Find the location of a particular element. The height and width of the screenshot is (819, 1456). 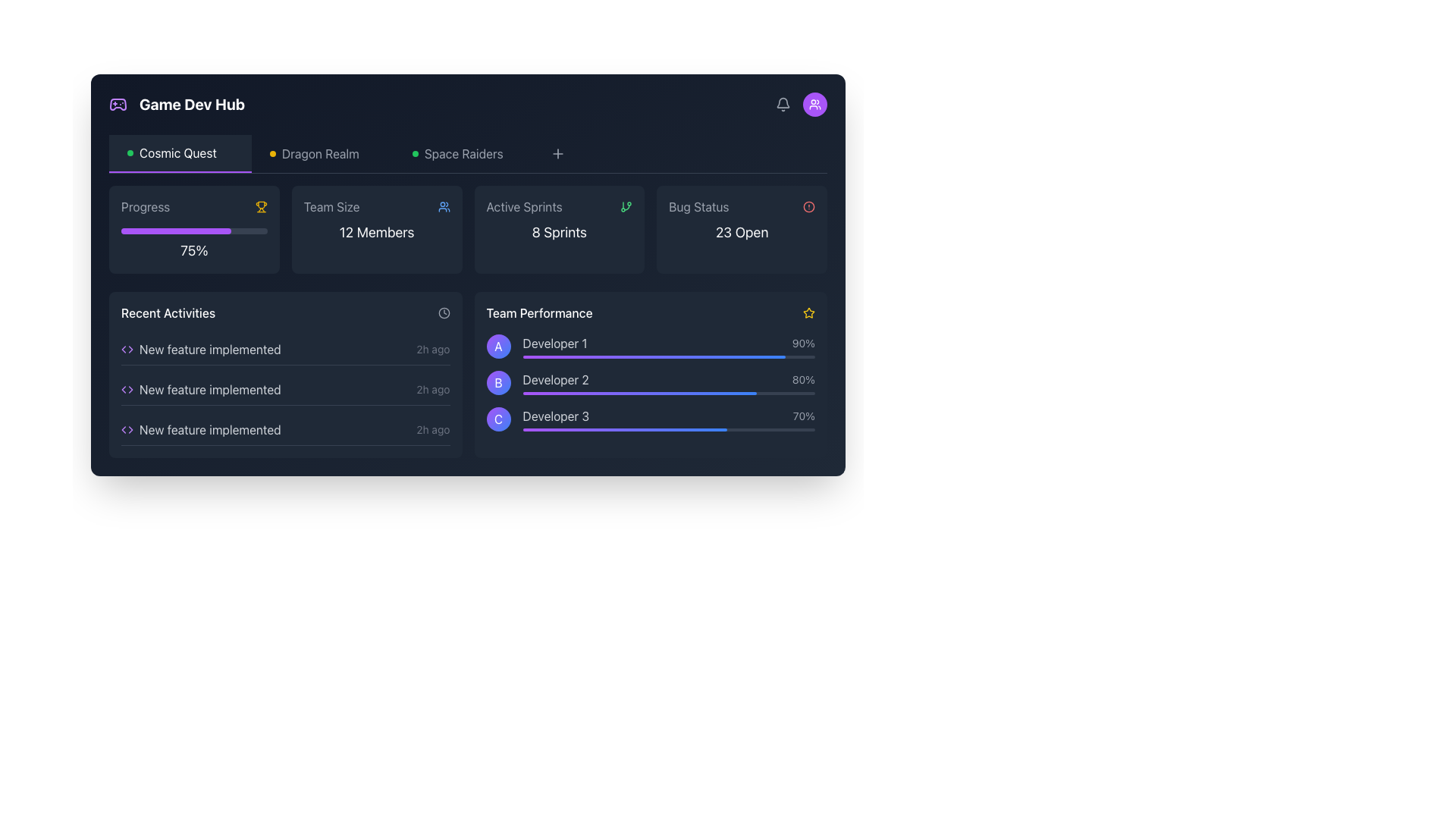

the 'Space Raiders' link located in the horizontal navigation bar is located at coordinates (457, 154).